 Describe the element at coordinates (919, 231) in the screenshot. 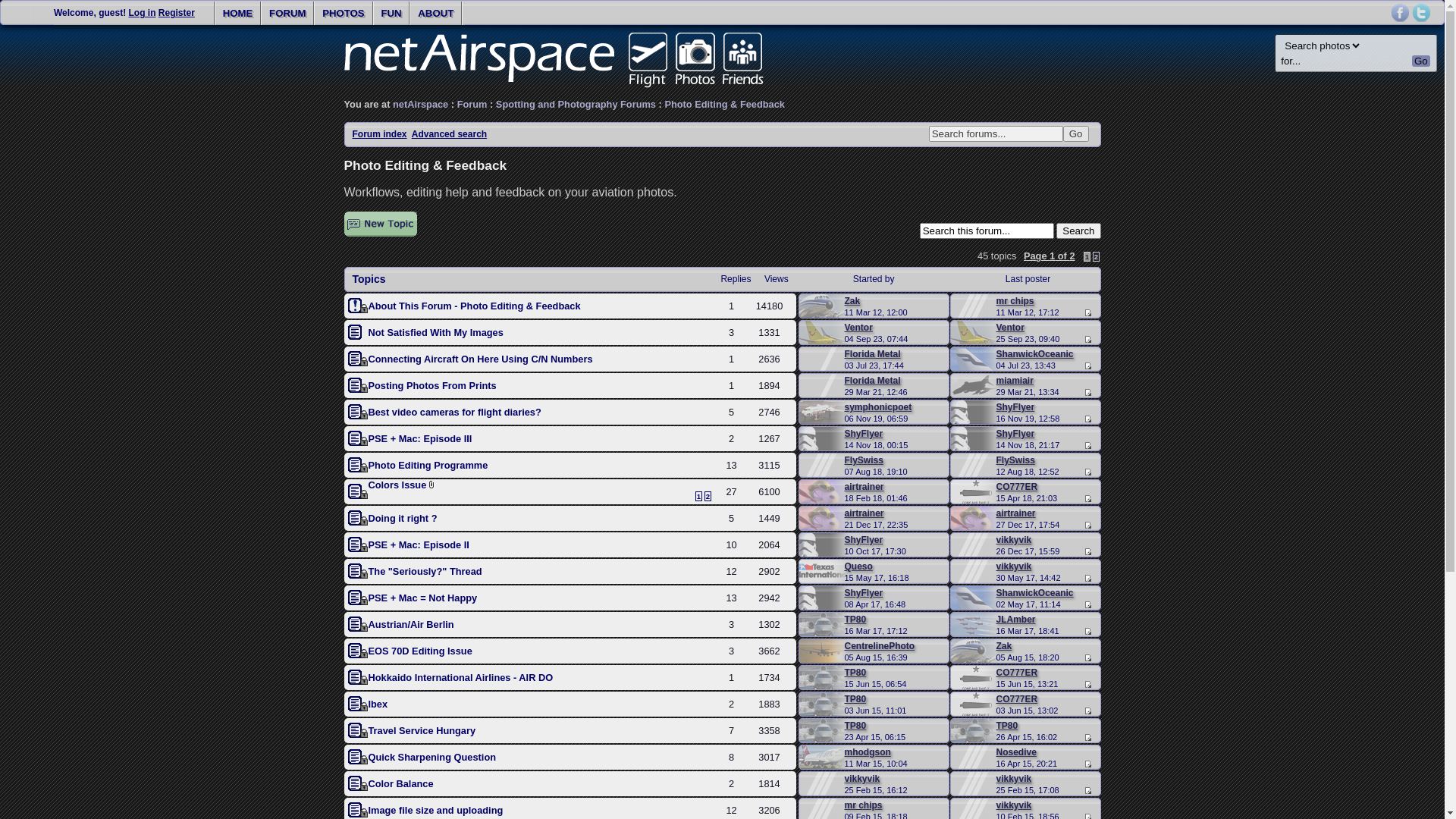

I see `'Search this forum...'` at that location.